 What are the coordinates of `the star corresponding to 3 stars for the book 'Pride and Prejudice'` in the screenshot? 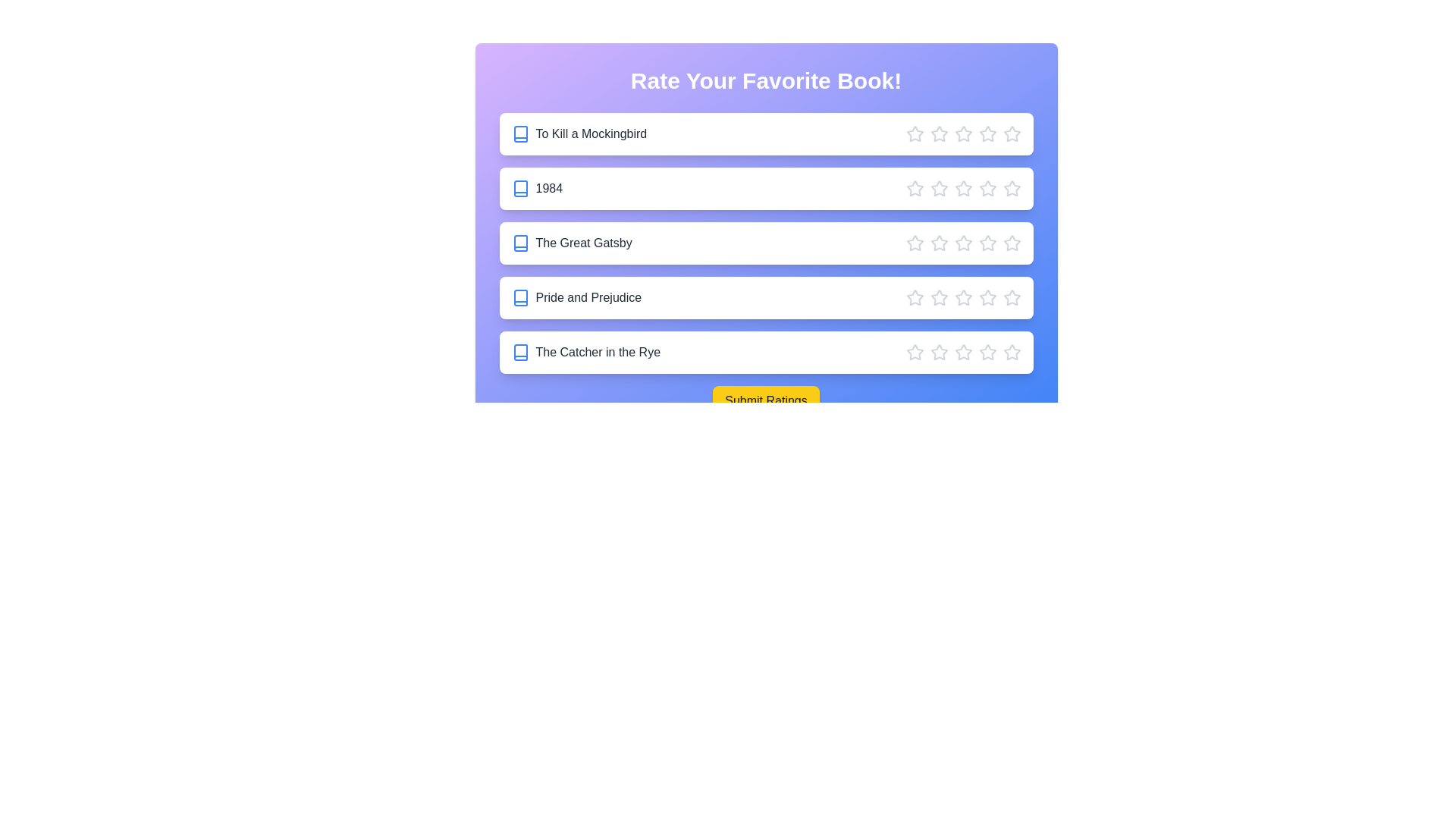 It's located at (962, 298).